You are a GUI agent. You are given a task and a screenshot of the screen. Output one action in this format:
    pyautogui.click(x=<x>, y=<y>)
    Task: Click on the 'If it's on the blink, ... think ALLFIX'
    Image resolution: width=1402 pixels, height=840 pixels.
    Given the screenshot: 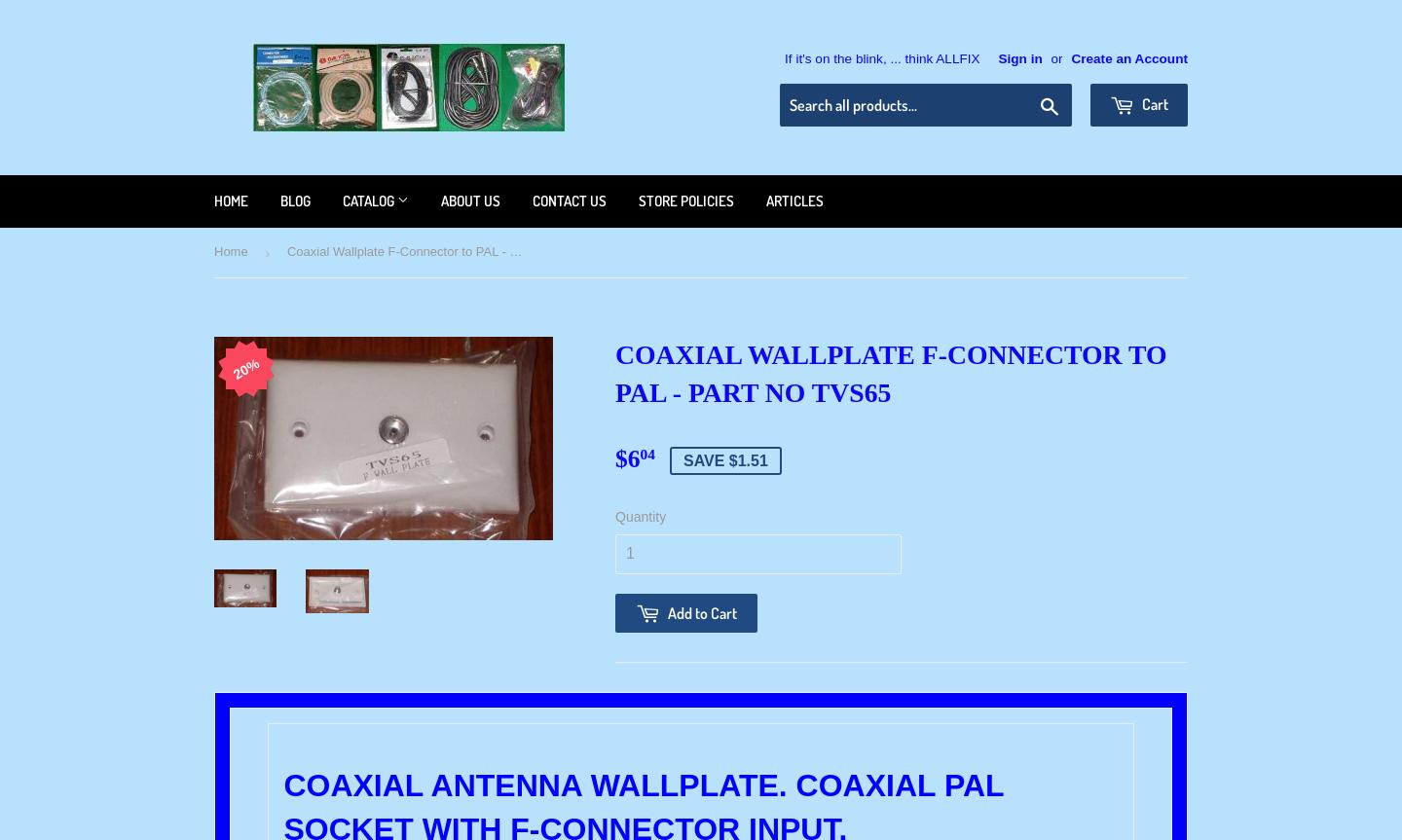 What is the action you would take?
    pyautogui.click(x=884, y=57)
    